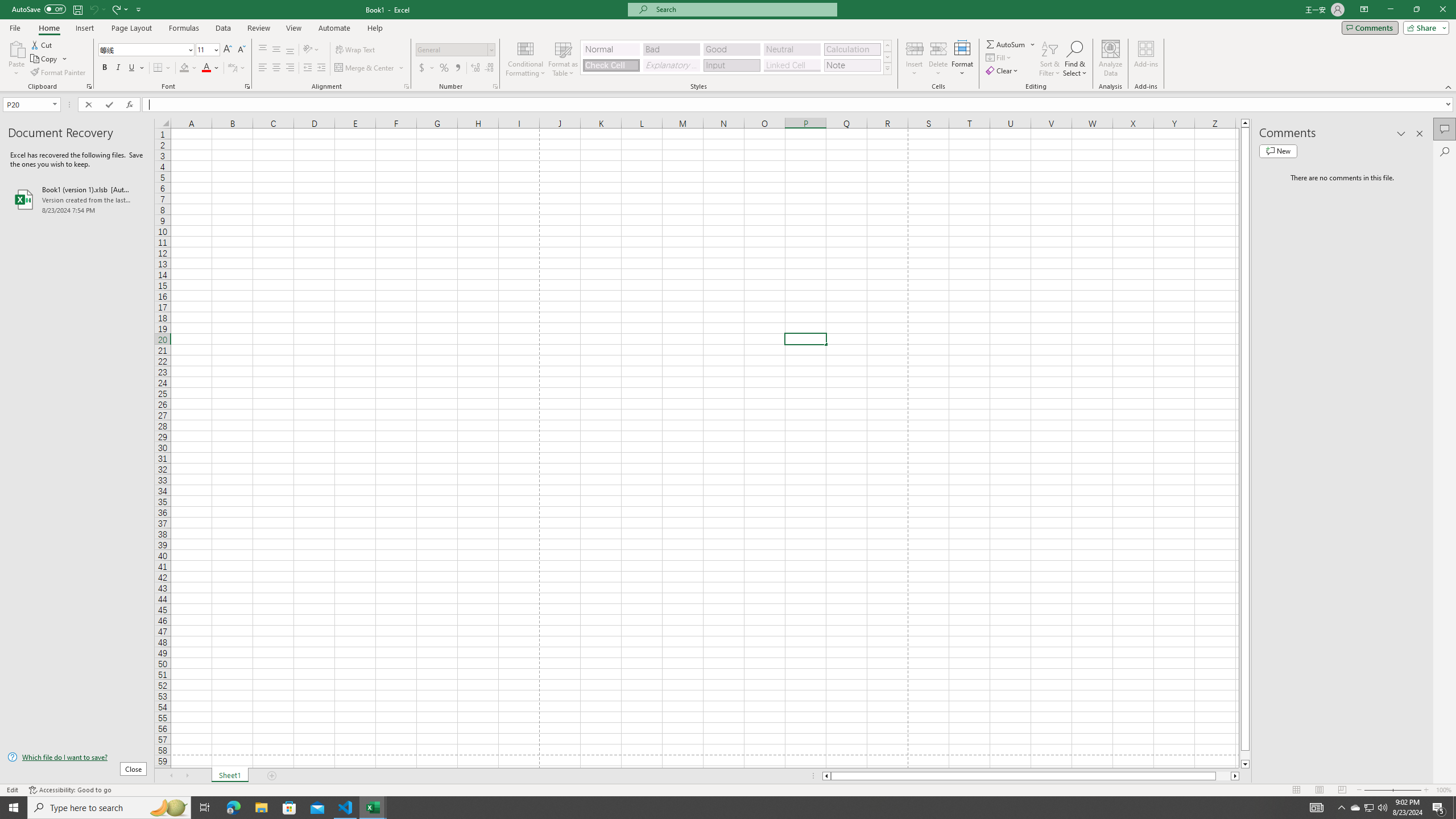 Image resolution: width=1456 pixels, height=819 pixels. I want to click on 'Row Down', so click(887, 56).